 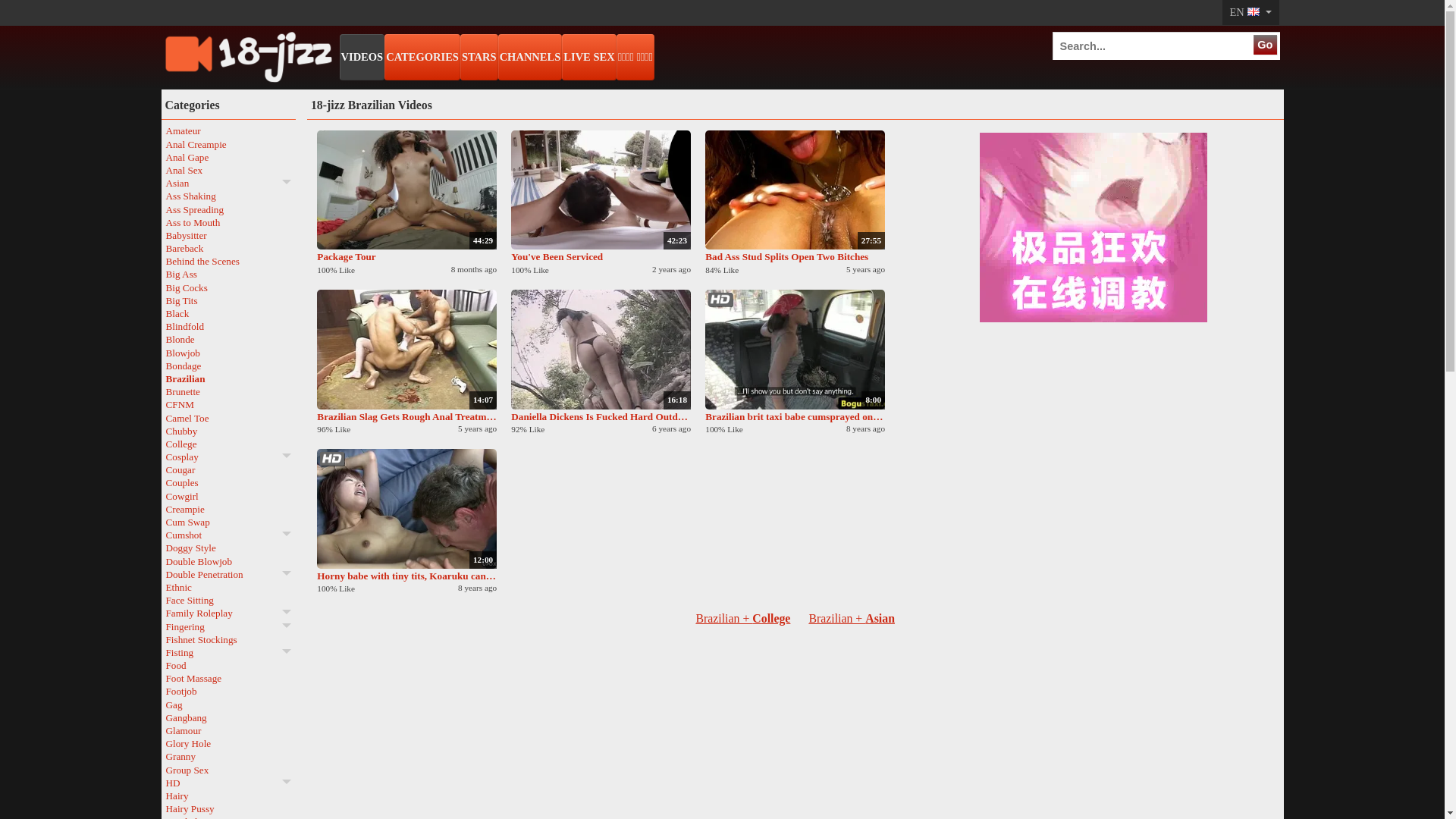 I want to click on '27:55', so click(x=794, y=189).